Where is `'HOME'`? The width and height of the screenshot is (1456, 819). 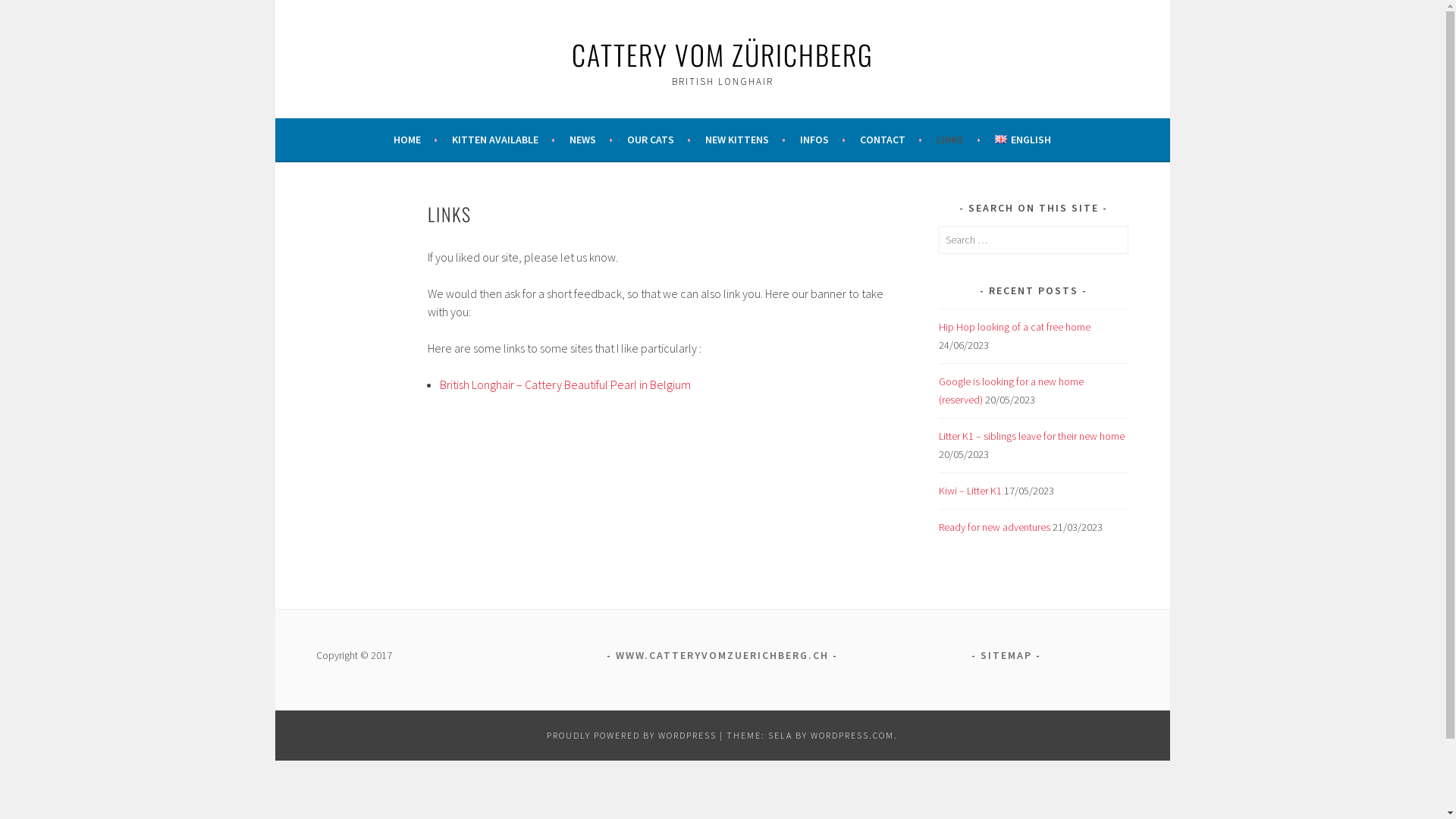 'HOME' is located at coordinates (415, 140).